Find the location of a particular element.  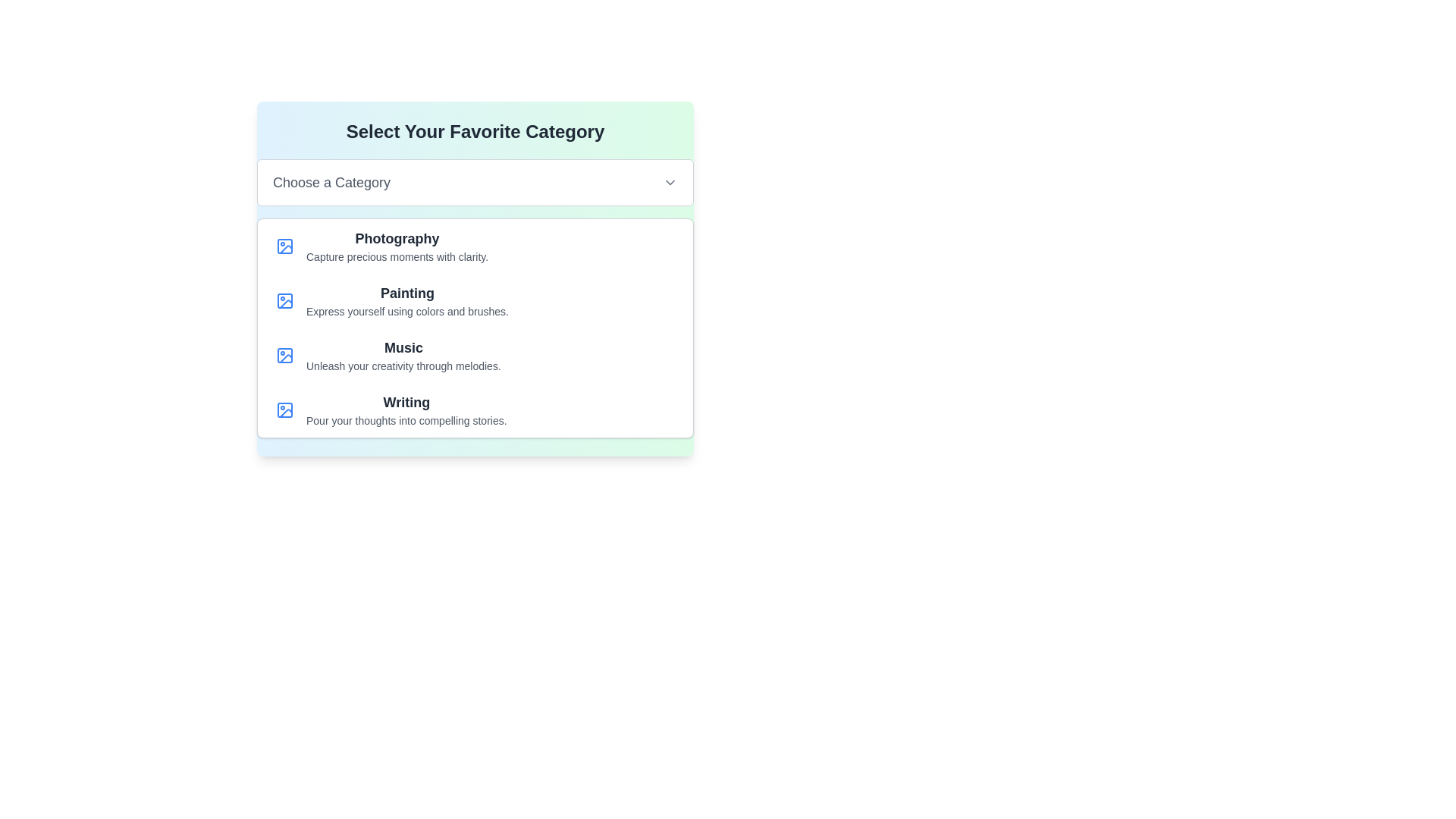

the second list item in the vertical category list is located at coordinates (475, 301).